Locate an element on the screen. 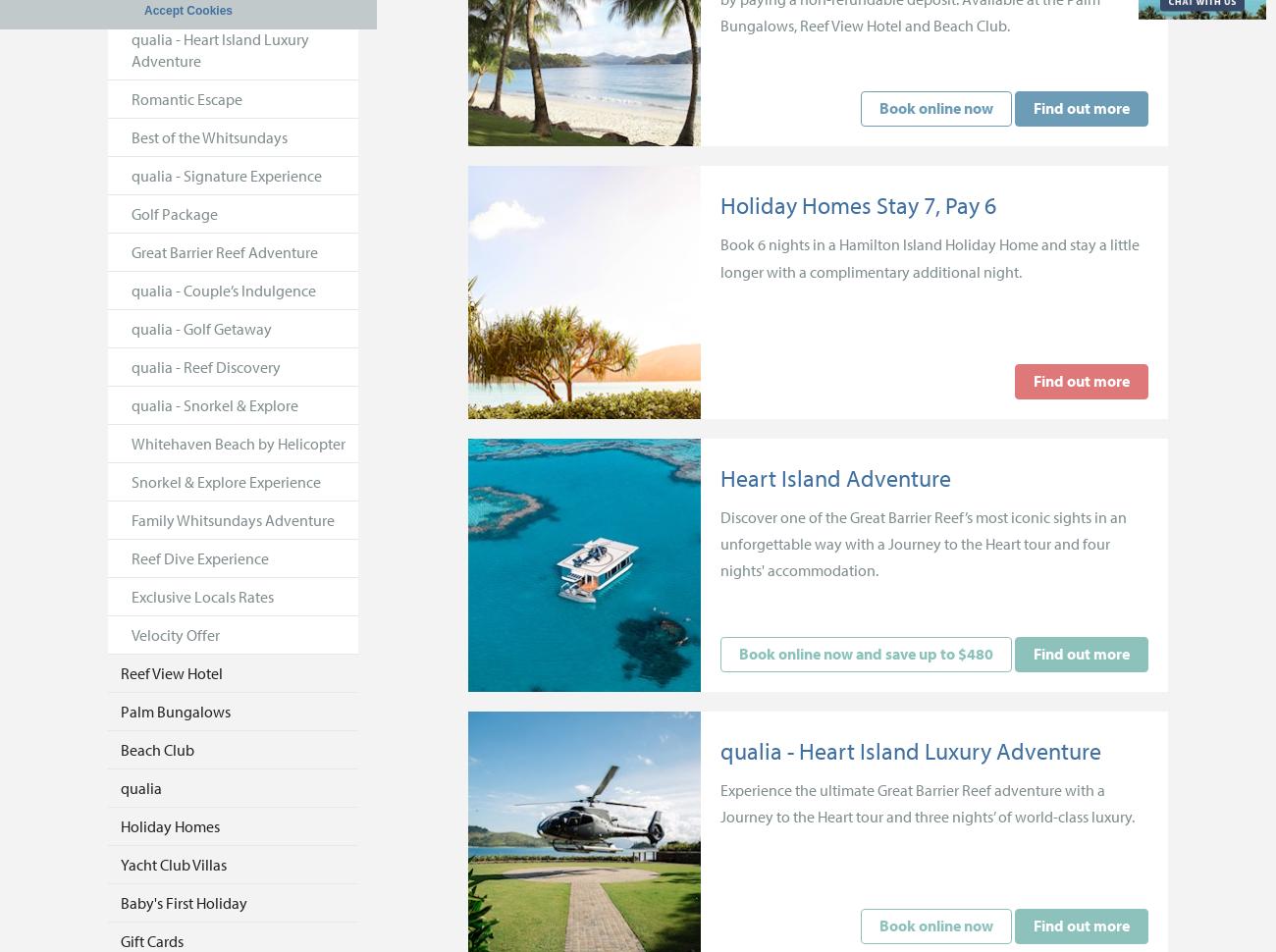 The image size is (1276, 952). 'Reef Dive Experience' is located at coordinates (131, 556).